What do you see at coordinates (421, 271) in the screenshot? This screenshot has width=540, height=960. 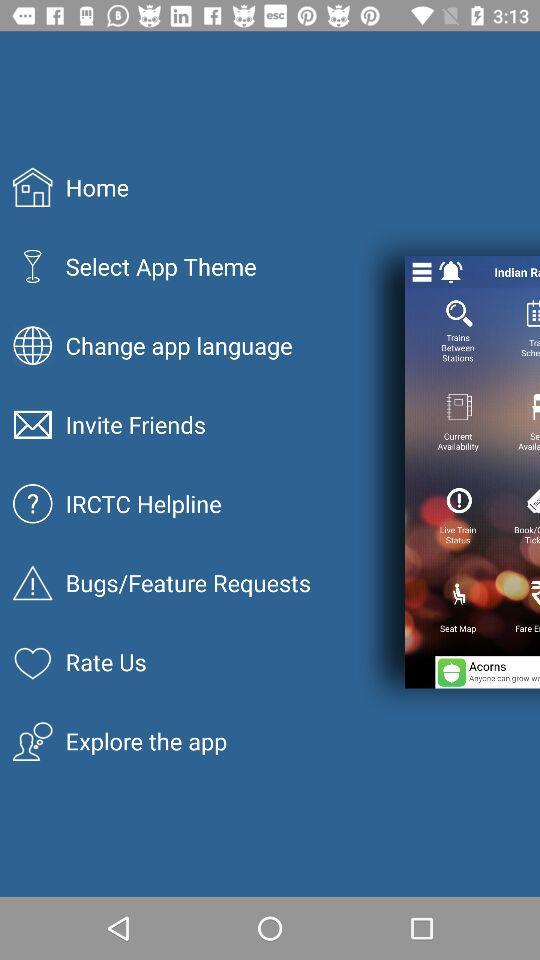 I see `the menu icon` at bounding box center [421, 271].